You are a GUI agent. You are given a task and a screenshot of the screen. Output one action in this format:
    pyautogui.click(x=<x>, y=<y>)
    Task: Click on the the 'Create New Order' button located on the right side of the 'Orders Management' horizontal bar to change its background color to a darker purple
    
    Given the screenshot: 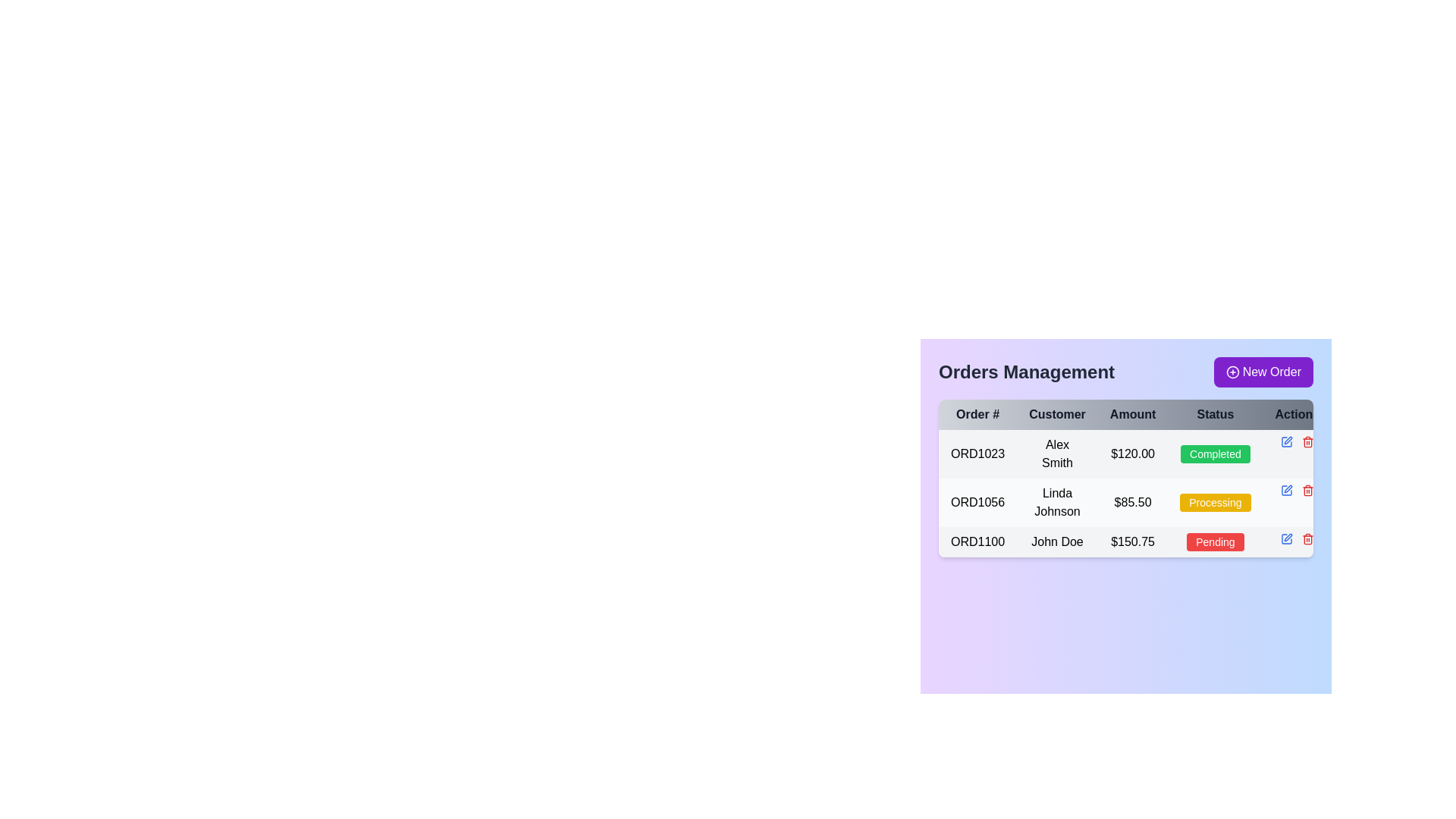 What is the action you would take?
    pyautogui.click(x=1263, y=372)
    